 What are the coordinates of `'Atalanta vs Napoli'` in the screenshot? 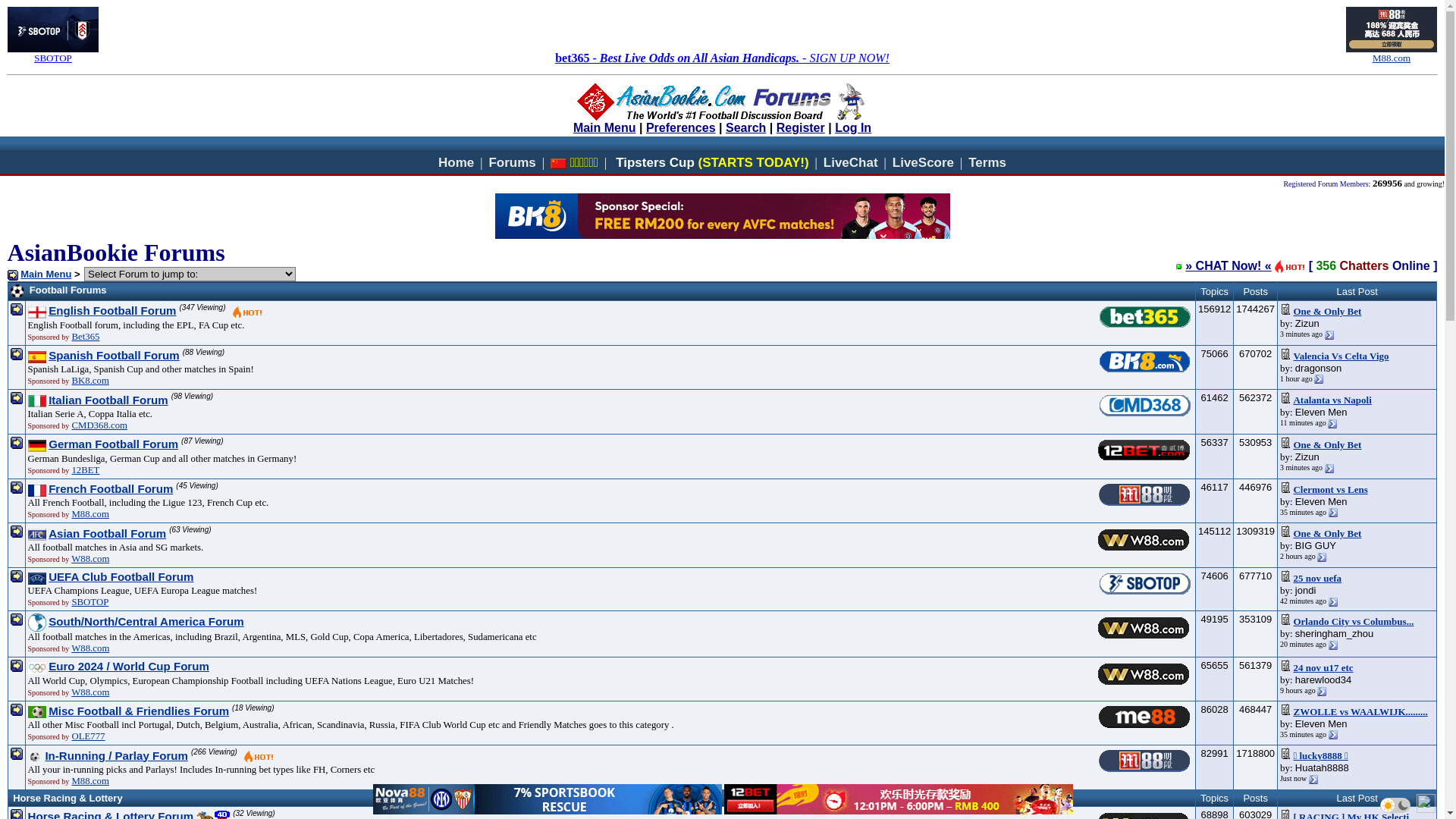 It's located at (1291, 400).